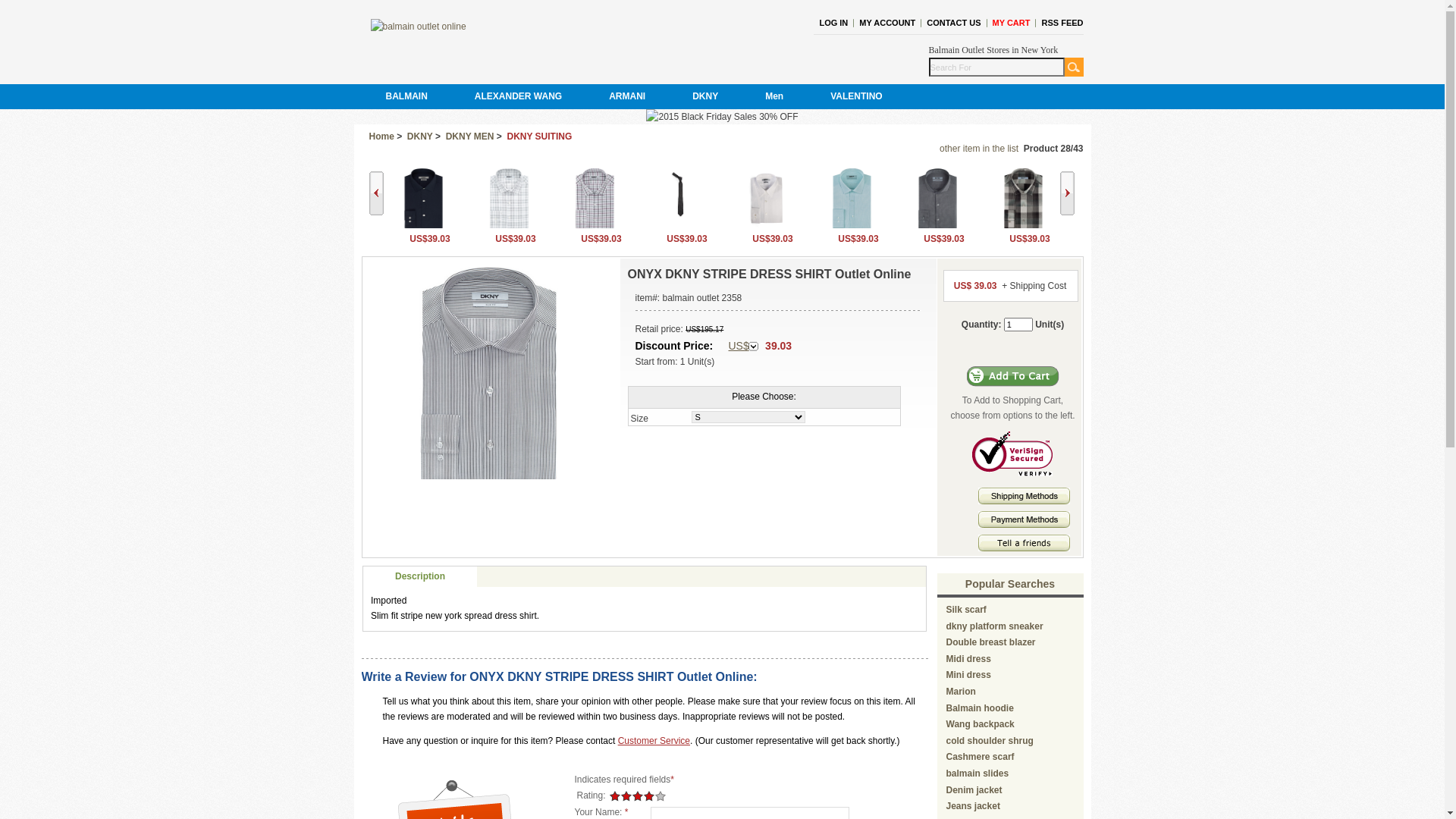 The height and width of the screenshot is (819, 1456). What do you see at coordinates (965, 608) in the screenshot?
I see `'Silk scarf'` at bounding box center [965, 608].